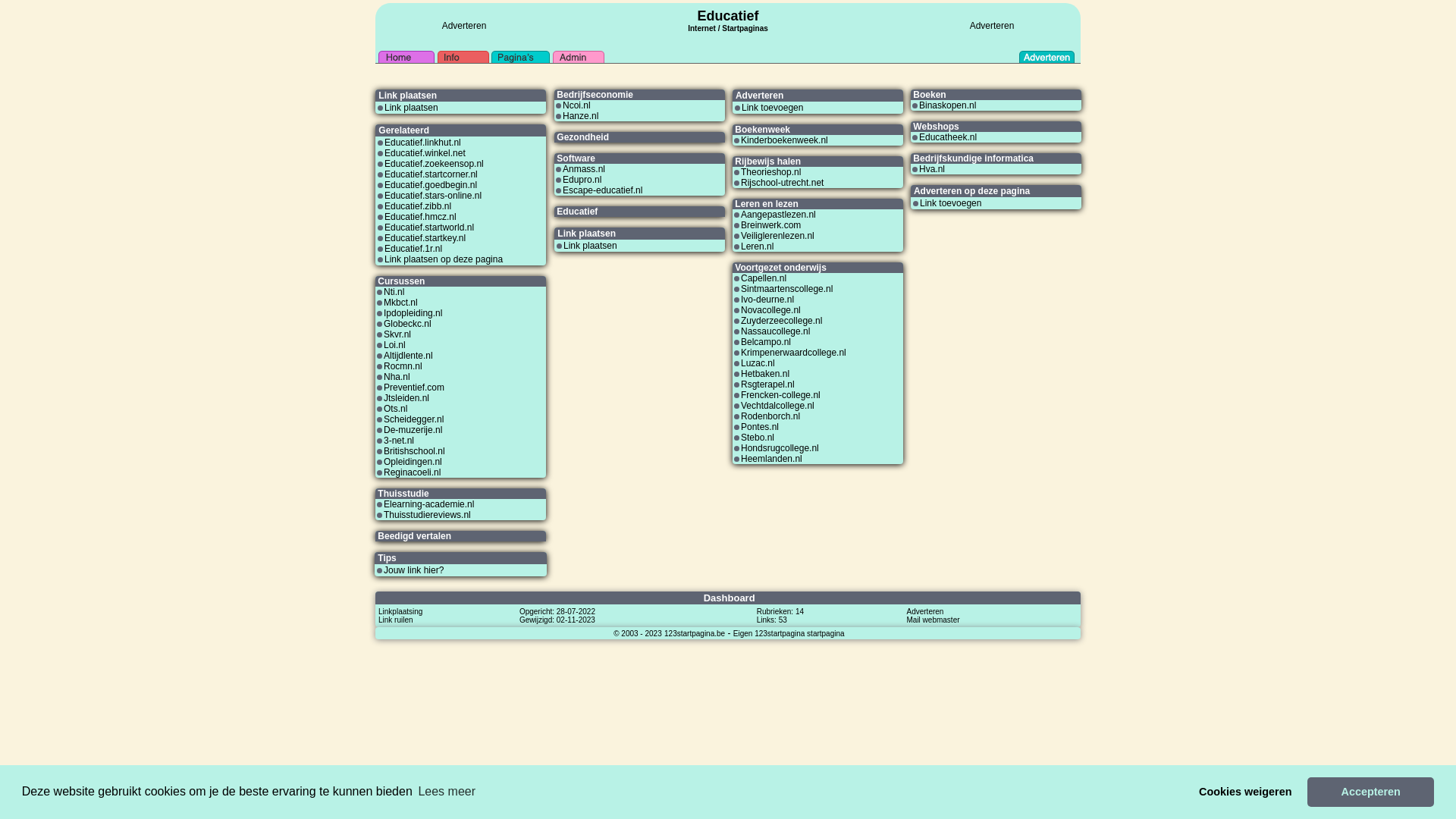 The image size is (1456, 819). What do you see at coordinates (932, 620) in the screenshot?
I see `'Mail webmaster'` at bounding box center [932, 620].